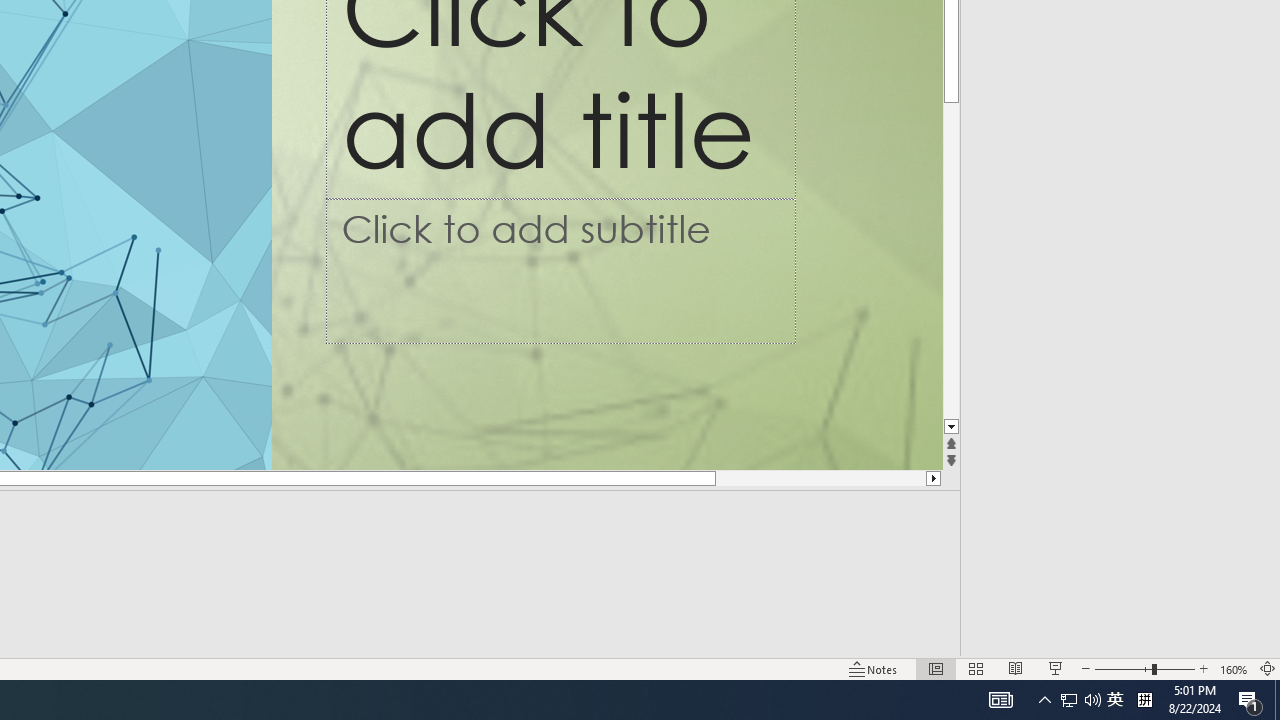 The width and height of the screenshot is (1280, 720). What do you see at coordinates (1233, 669) in the screenshot?
I see `'Zoom 160%'` at bounding box center [1233, 669].